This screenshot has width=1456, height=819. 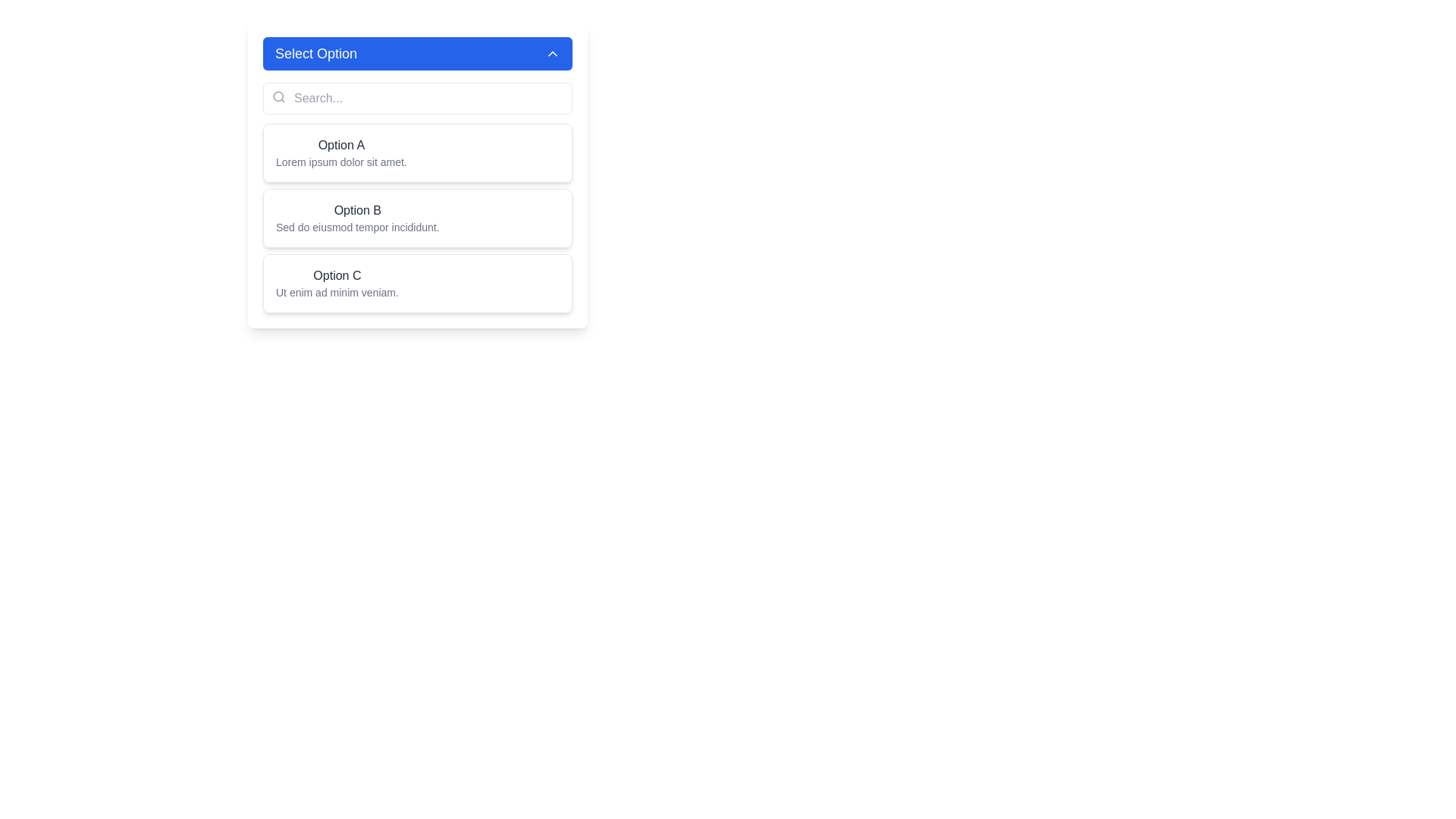 What do you see at coordinates (356, 218) in the screenshot?
I see `text label that contains the title 'Option B' and subtitle 'Sed do eiusmod tempor incididunt.' which is the second item in a vertically stacked list, positioned below 'Option A' and above 'Option C'` at bounding box center [356, 218].